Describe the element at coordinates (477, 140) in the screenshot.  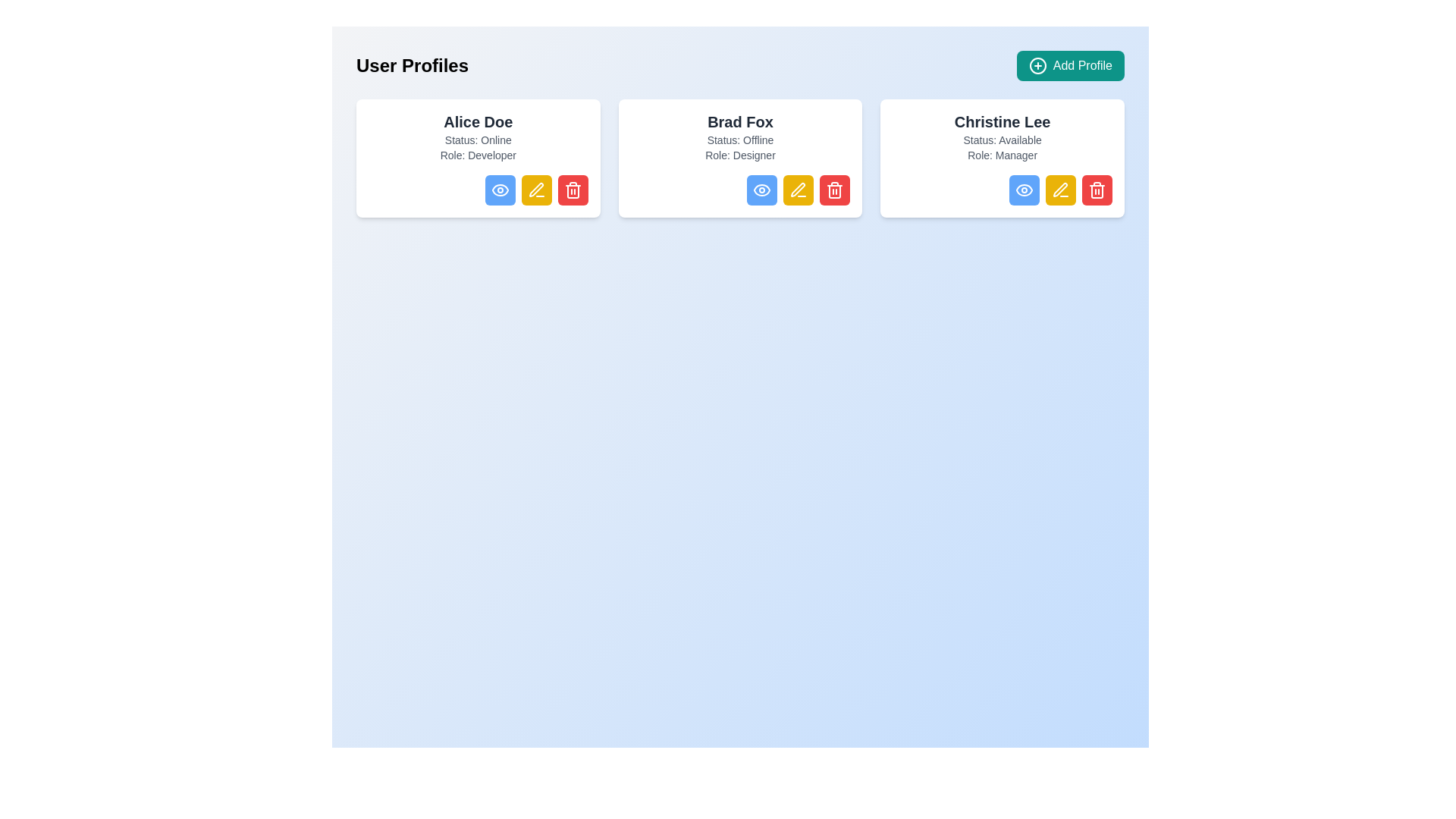
I see `the text label reading 'Status: Online', which is located directly below 'Alice Doe' in the user profile card` at that location.